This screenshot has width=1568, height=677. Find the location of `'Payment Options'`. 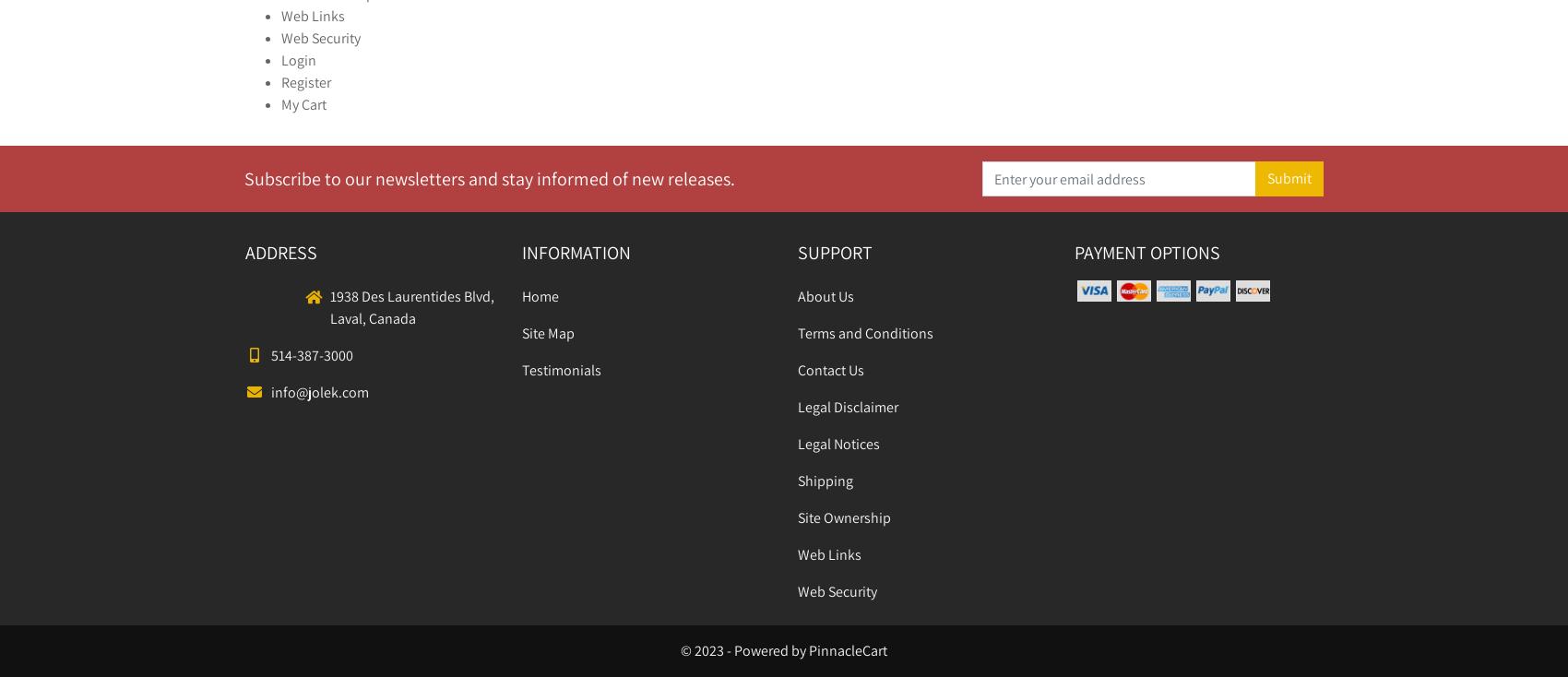

'Payment Options' is located at coordinates (1146, 252).